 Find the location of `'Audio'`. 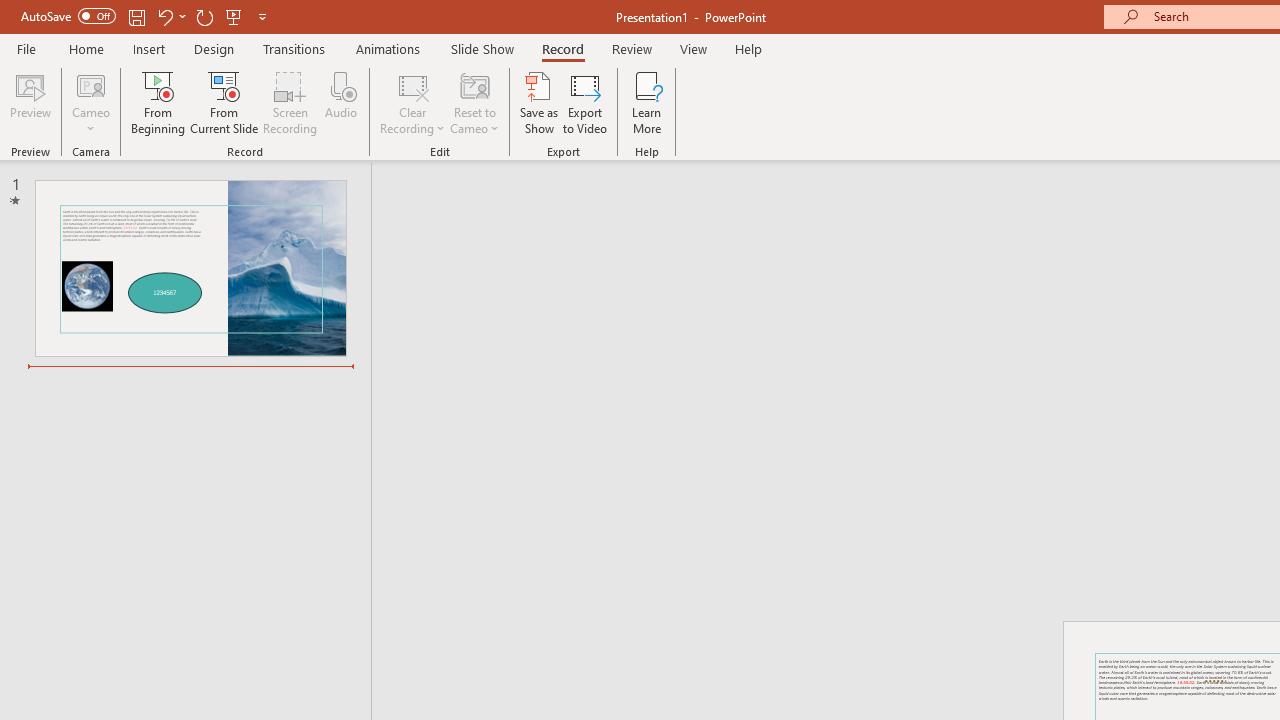

'Audio' is located at coordinates (341, 103).